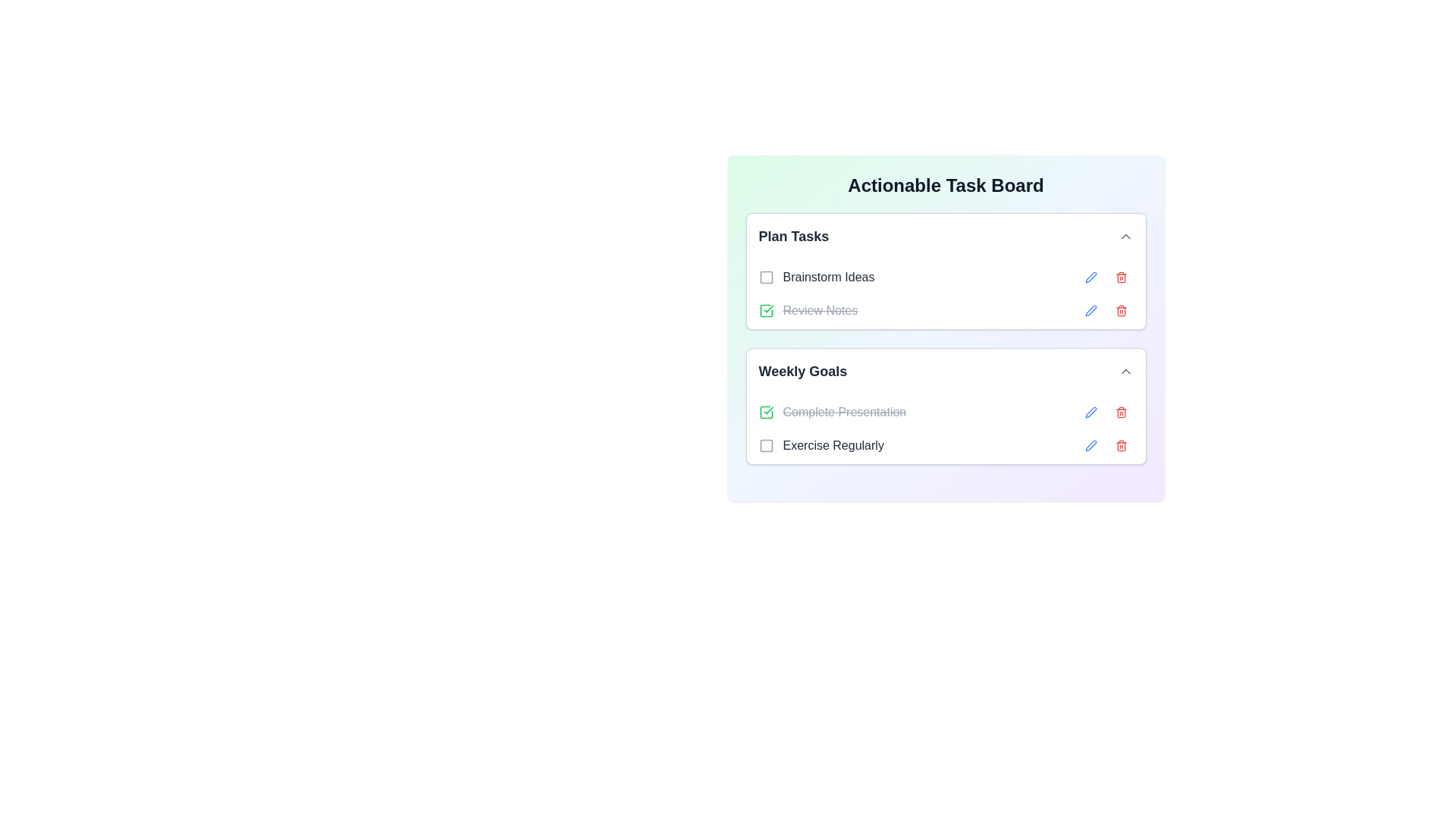  What do you see at coordinates (1090, 444) in the screenshot?
I see `the pen nib icon located in the 'Weekly Goals' section, adjacent to the text 'Exercise Regularly', to open the editing interface` at bounding box center [1090, 444].